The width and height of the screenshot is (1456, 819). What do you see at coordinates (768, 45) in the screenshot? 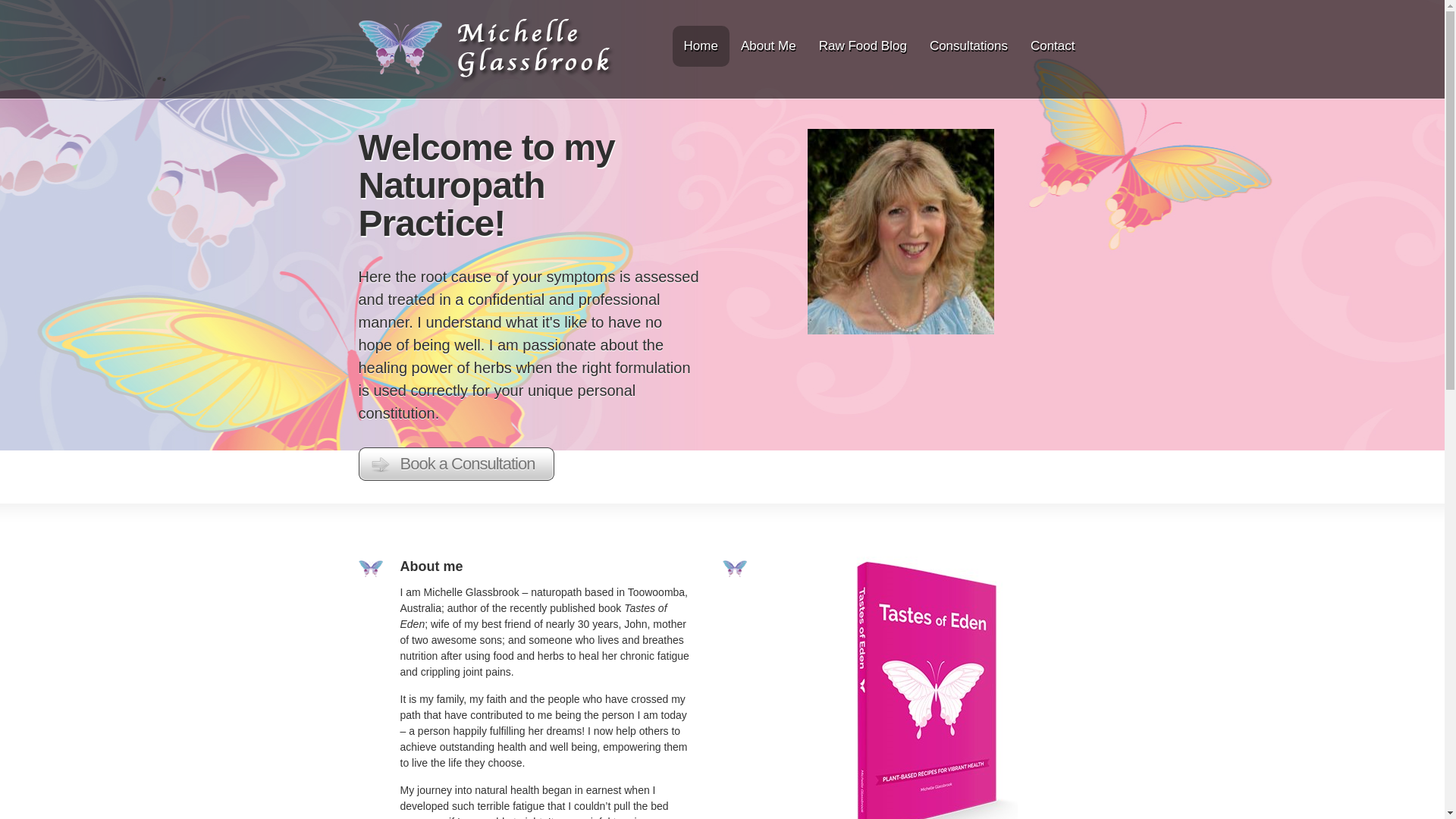
I see `'About Me'` at bounding box center [768, 45].